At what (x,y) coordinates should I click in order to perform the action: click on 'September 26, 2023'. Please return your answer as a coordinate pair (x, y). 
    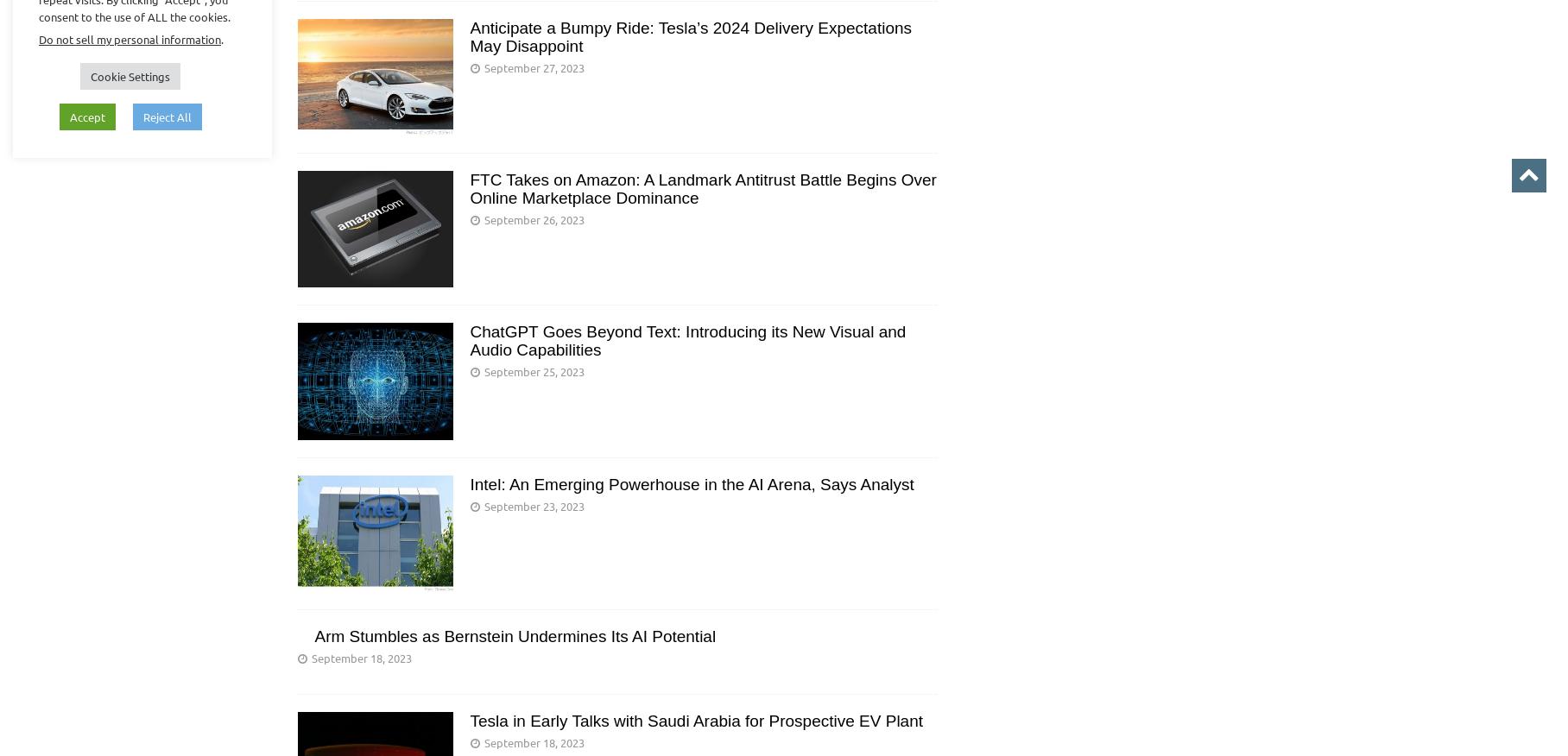
    Looking at the image, I should click on (533, 218).